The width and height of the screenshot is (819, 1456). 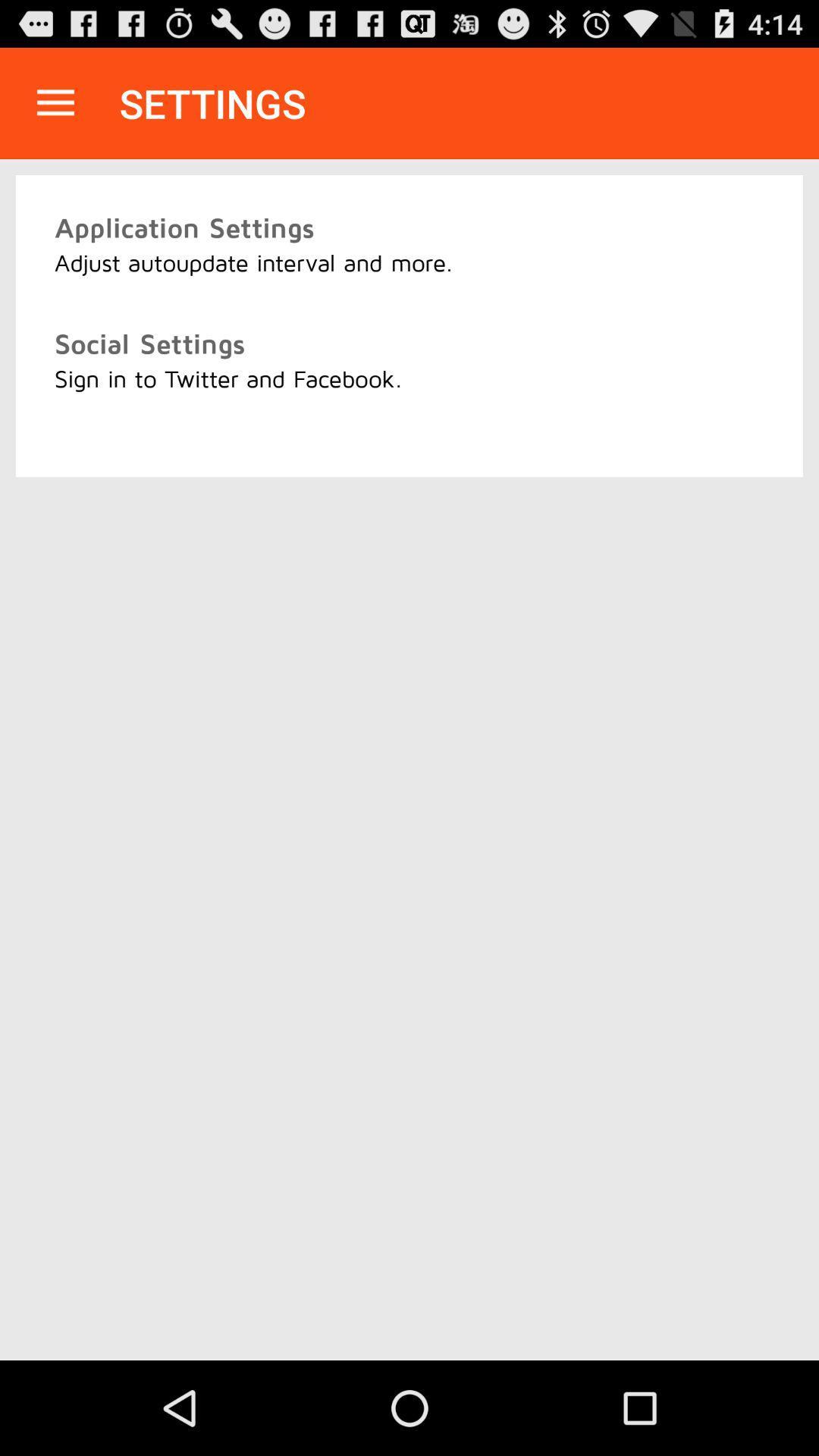 What do you see at coordinates (55, 102) in the screenshot?
I see `the item next to settings` at bounding box center [55, 102].